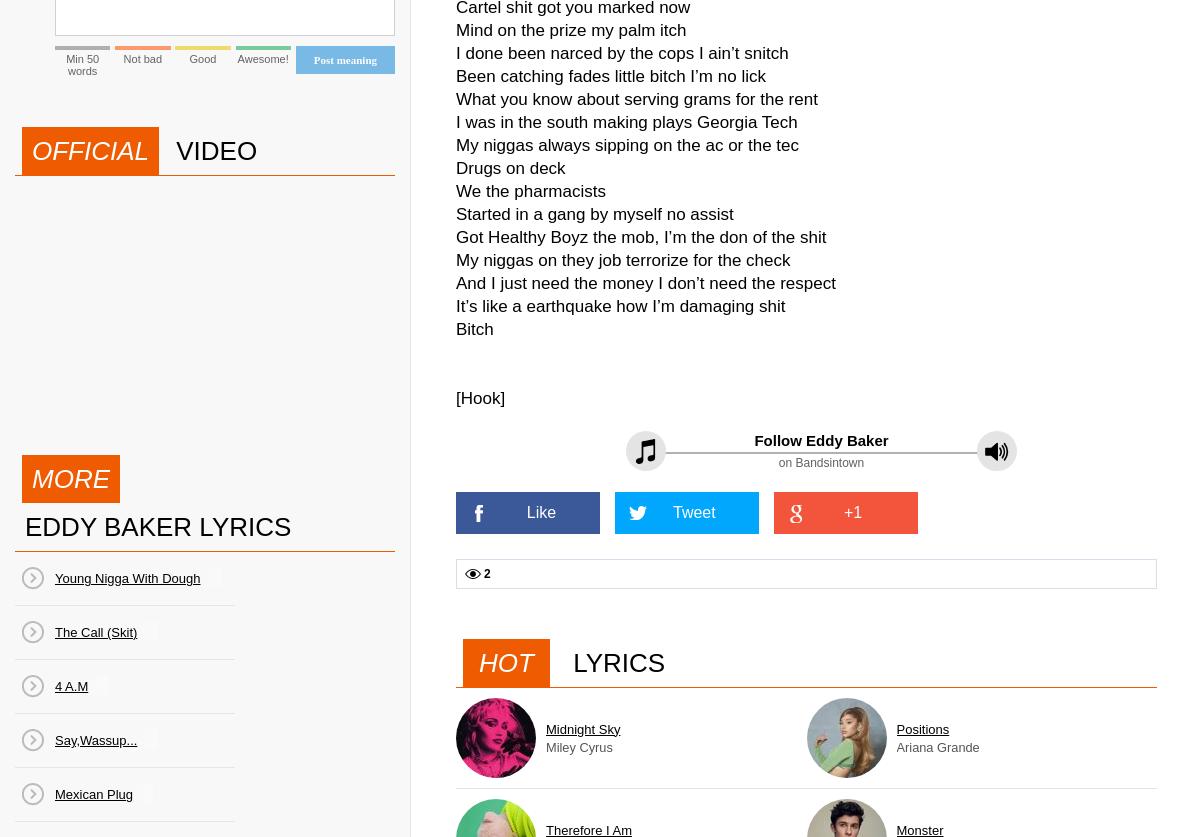 The height and width of the screenshot is (837, 1182). What do you see at coordinates (483, 574) in the screenshot?
I see `'2'` at bounding box center [483, 574].